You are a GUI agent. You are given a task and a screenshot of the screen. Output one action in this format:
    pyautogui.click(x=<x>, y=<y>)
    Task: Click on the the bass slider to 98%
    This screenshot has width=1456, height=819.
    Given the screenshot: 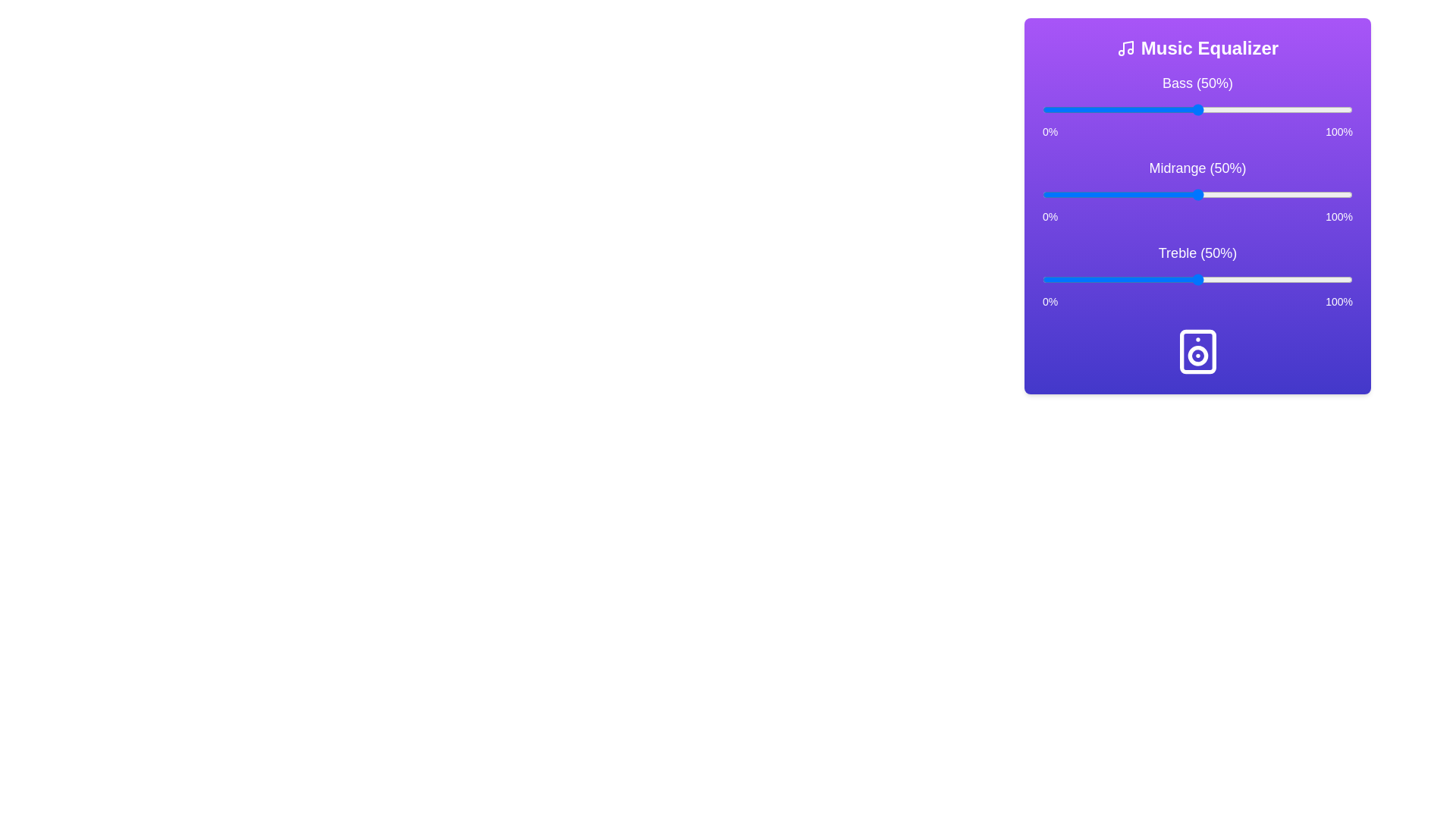 What is the action you would take?
    pyautogui.click(x=1346, y=109)
    